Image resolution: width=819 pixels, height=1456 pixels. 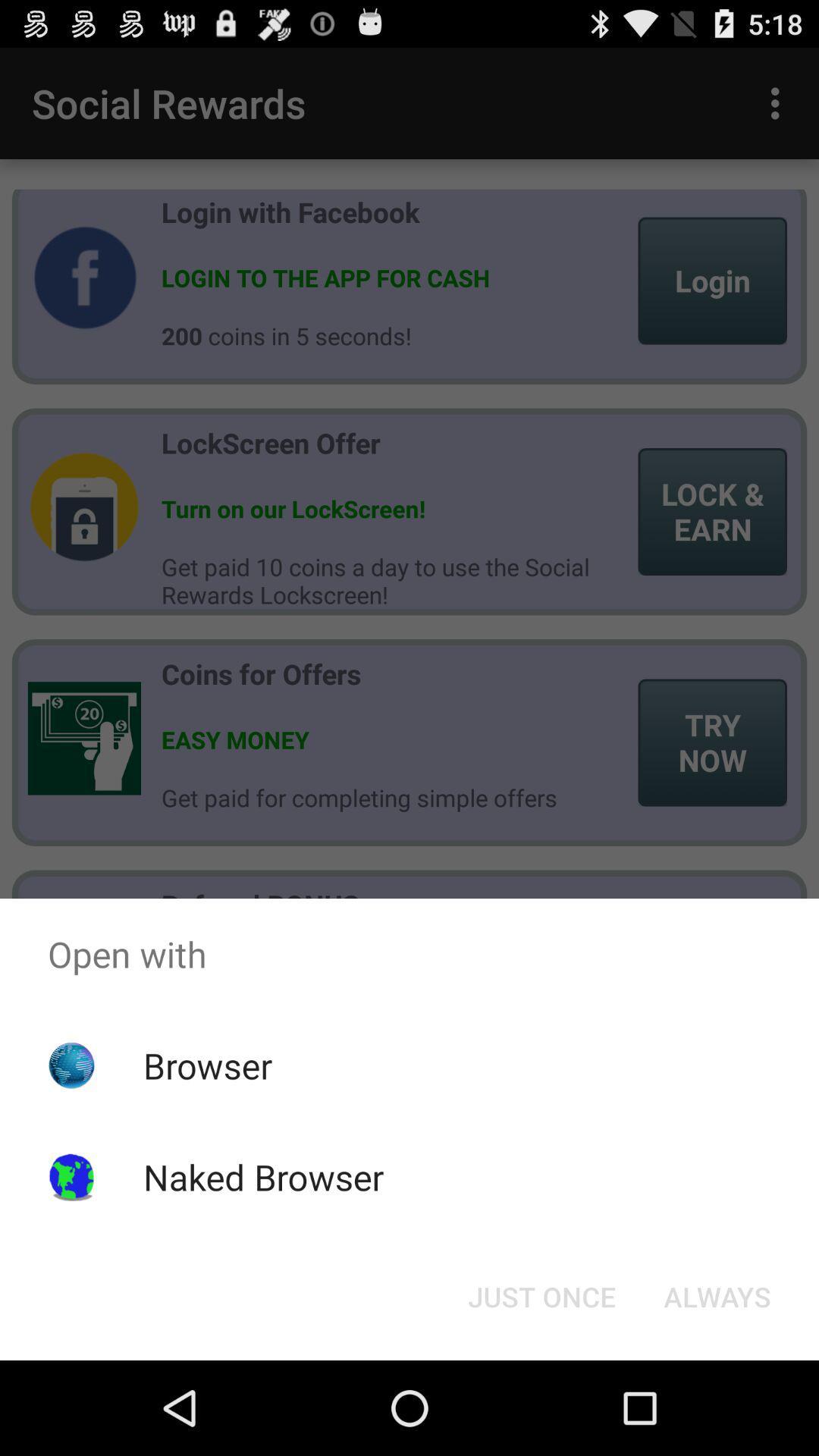 What do you see at coordinates (717, 1295) in the screenshot?
I see `the icon below open with icon` at bounding box center [717, 1295].